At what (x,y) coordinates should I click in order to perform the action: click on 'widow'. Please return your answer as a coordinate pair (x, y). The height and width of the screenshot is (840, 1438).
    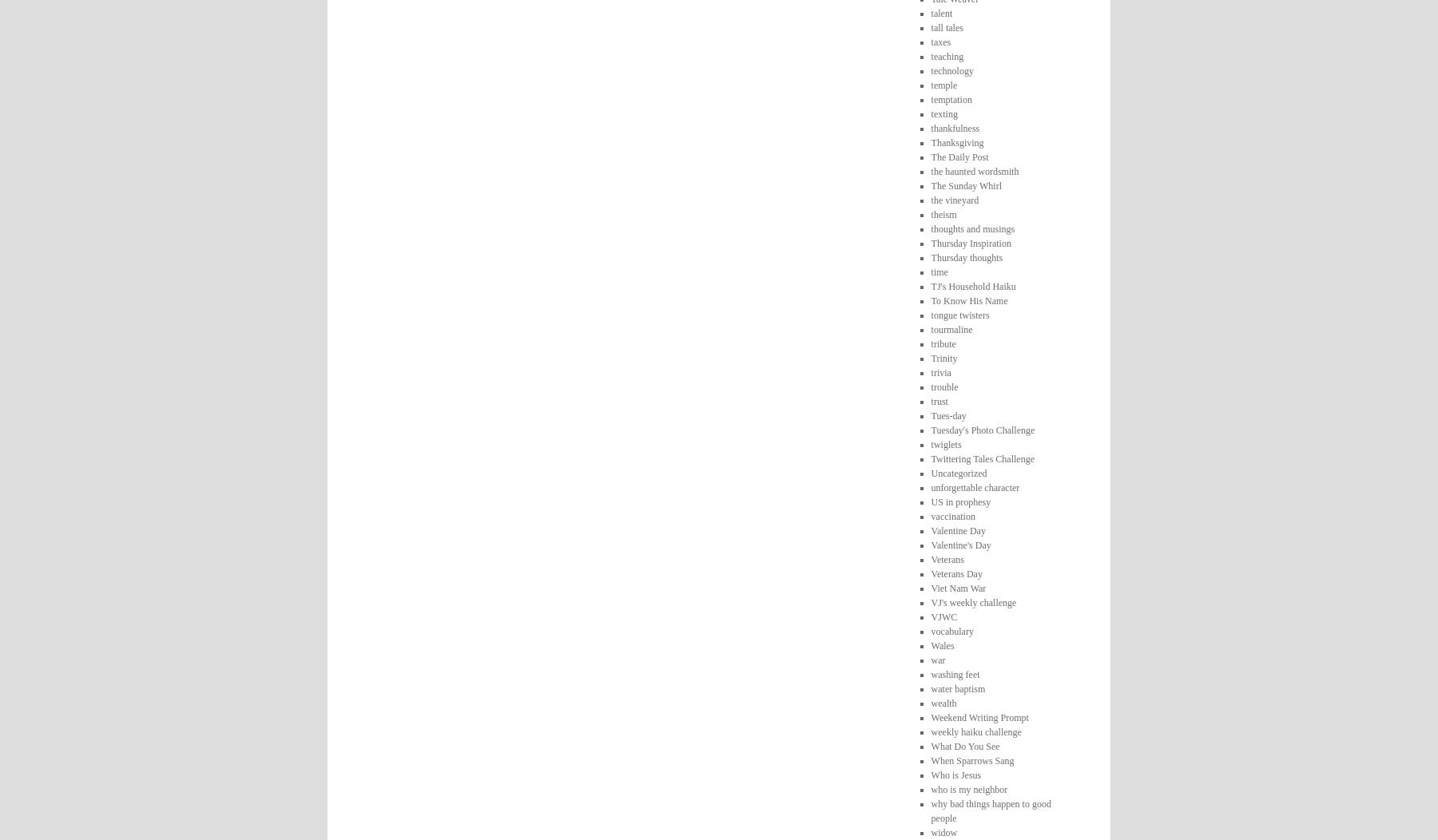
    Looking at the image, I should click on (943, 831).